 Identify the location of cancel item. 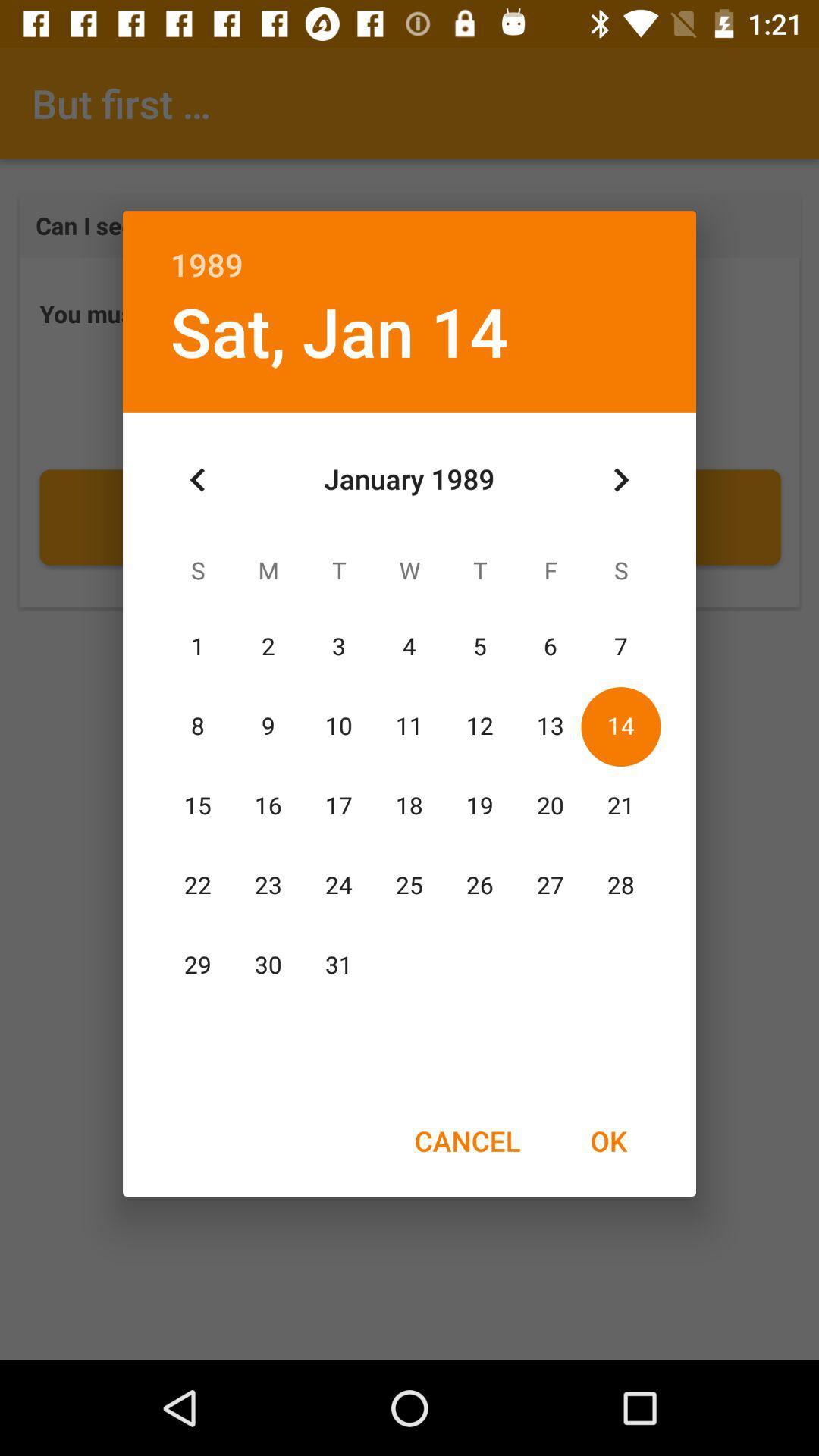
(466, 1141).